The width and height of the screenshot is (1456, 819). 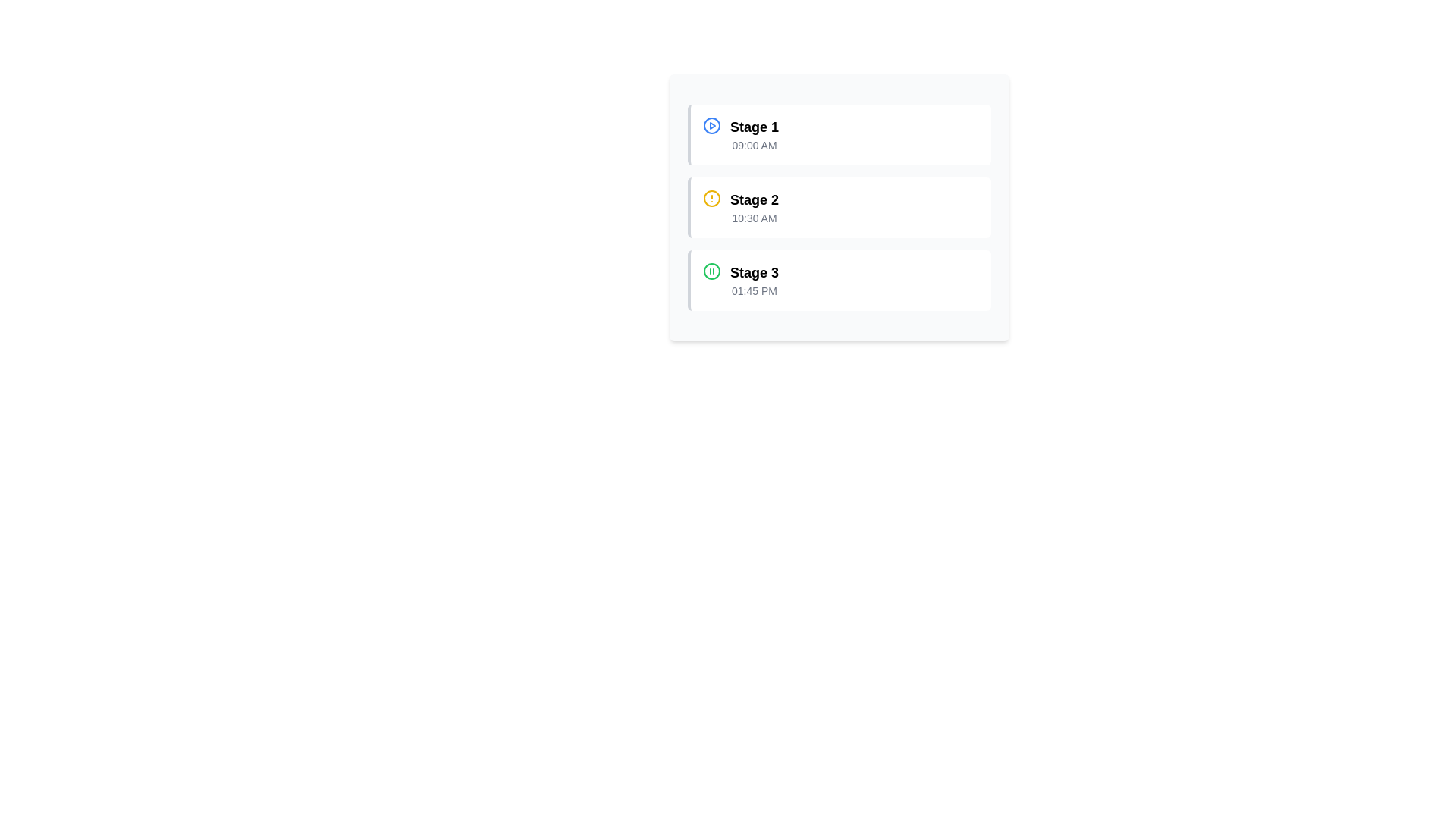 What do you see at coordinates (711, 124) in the screenshot?
I see `the play icon representing 'Stage 1'` at bounding box center [711, 124].